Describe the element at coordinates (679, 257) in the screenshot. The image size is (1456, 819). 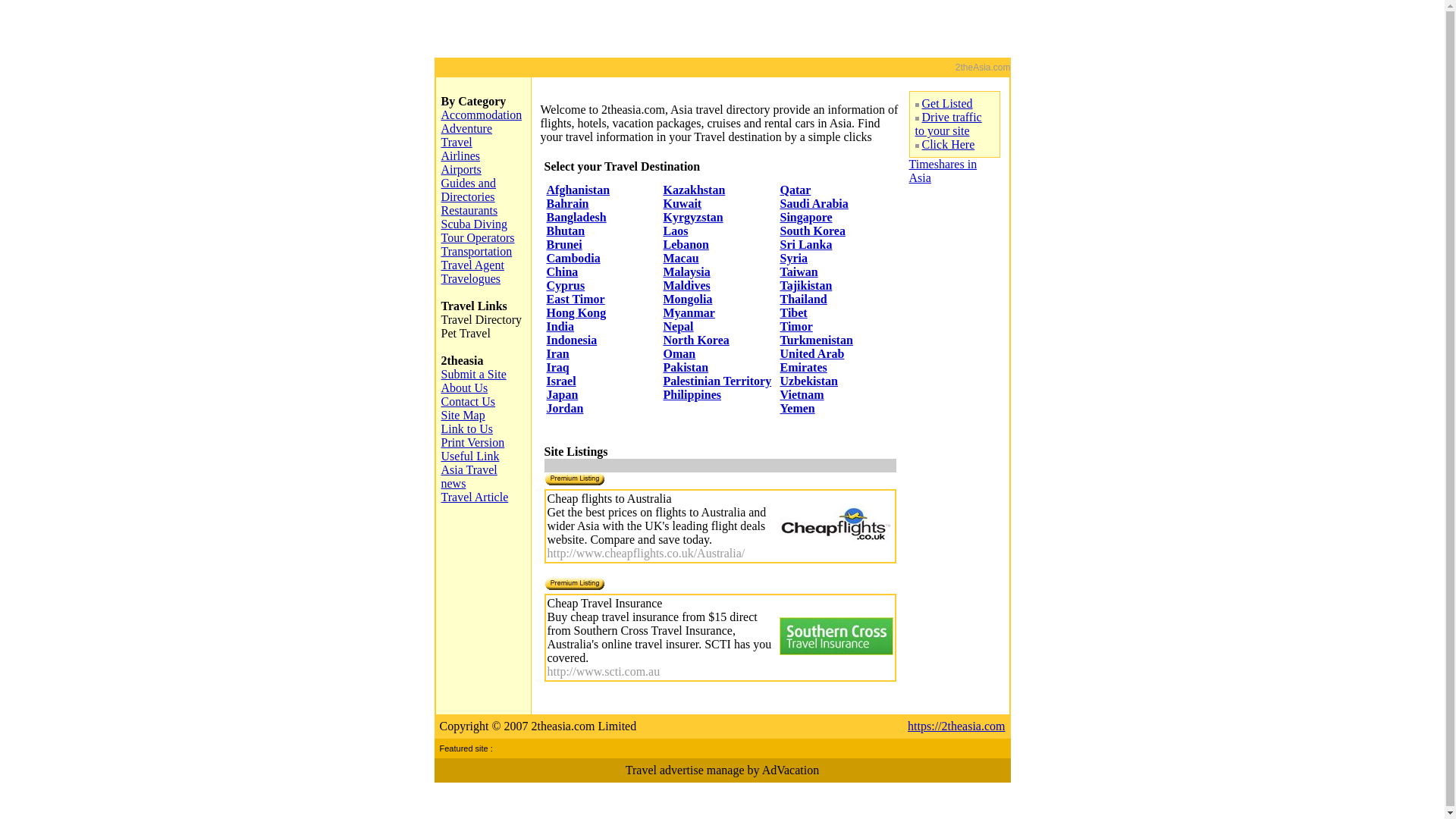
I see `'Macau'` at that location.